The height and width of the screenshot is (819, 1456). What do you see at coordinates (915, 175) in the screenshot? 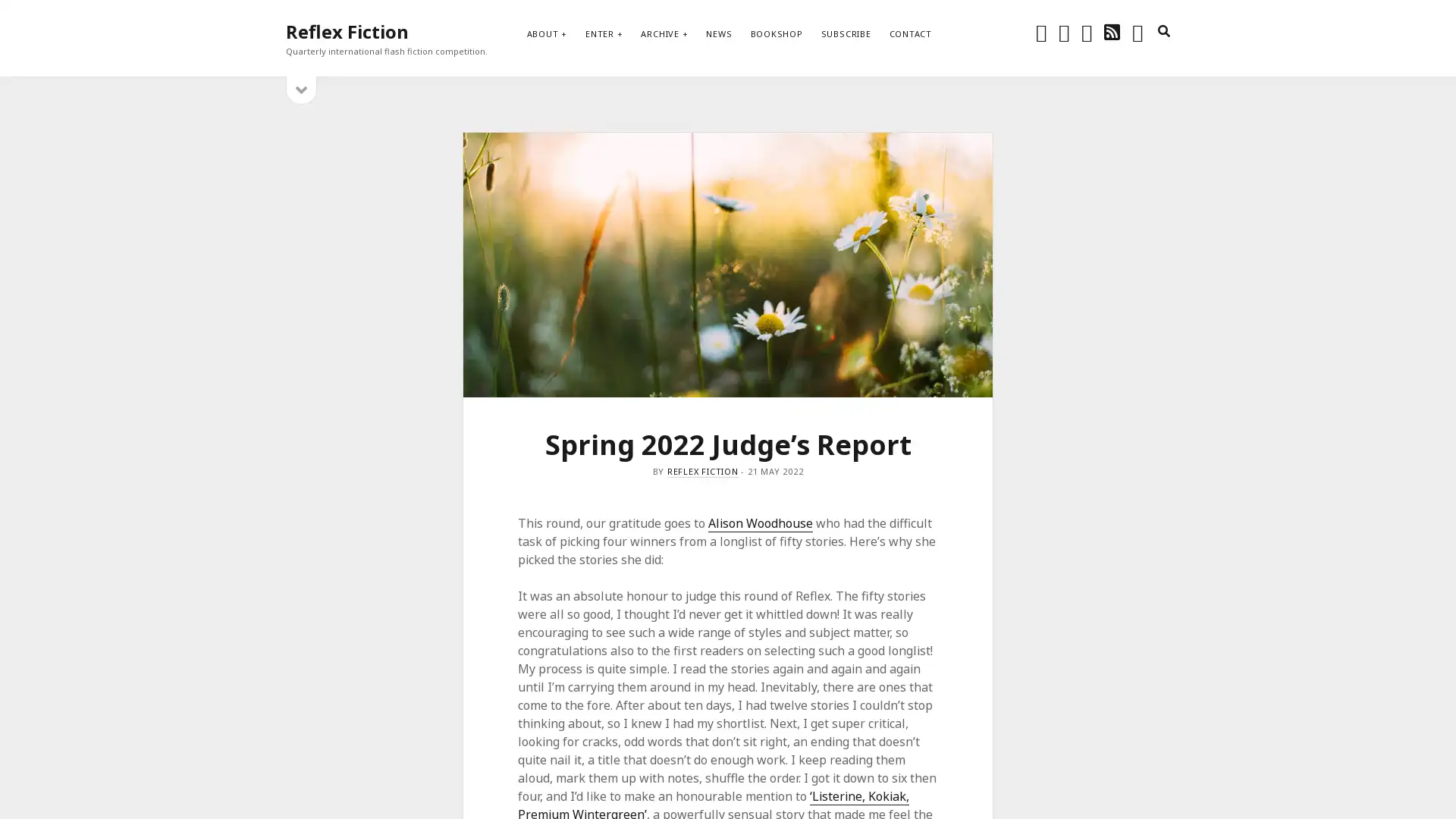
I see `Subscribe` at bounding box center [915, 175].